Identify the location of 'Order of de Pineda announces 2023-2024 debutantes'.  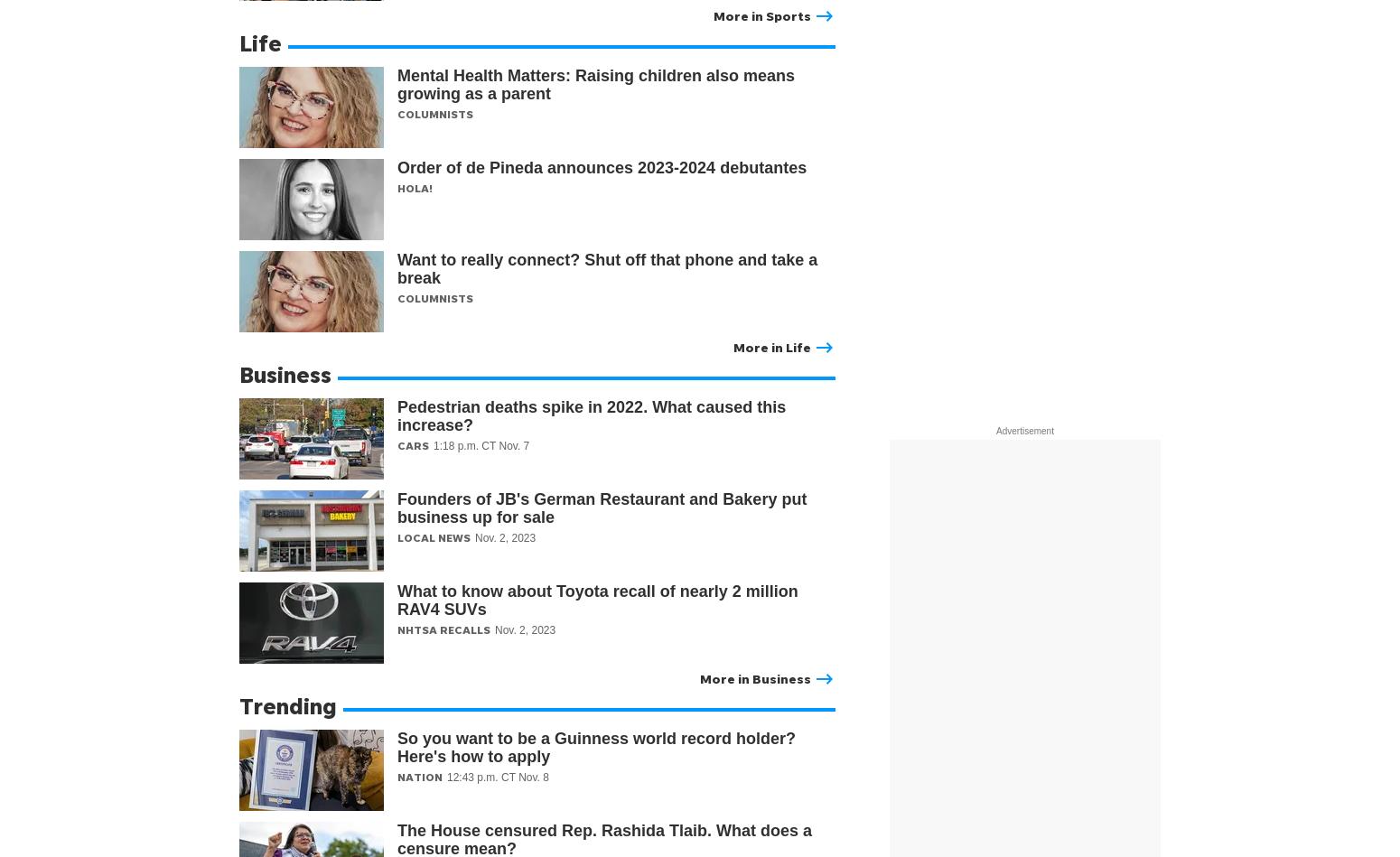
(602, 167).